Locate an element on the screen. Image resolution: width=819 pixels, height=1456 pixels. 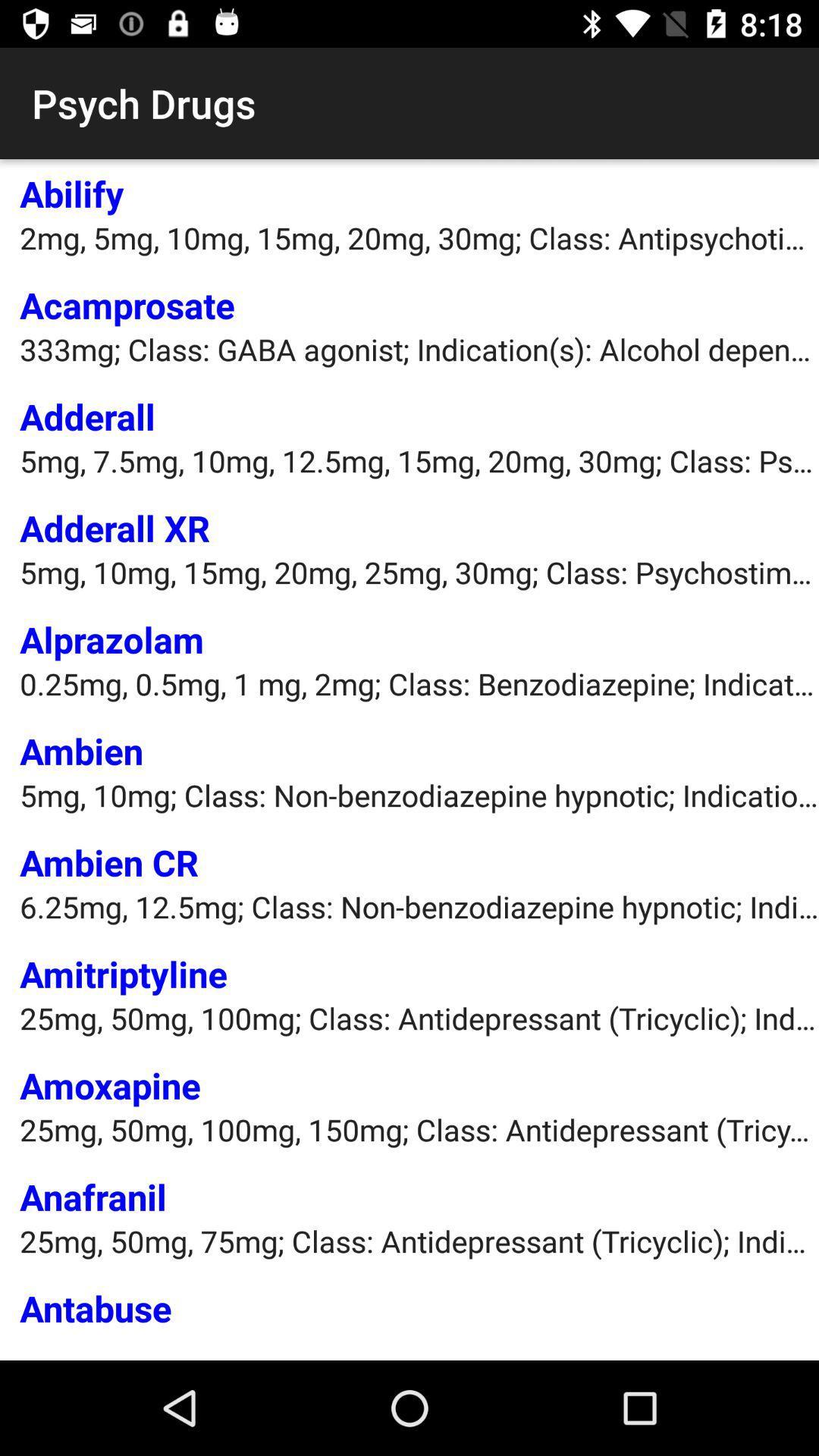
the app below 25mg 50mg 100mg is located at coordinates (93, 1196).